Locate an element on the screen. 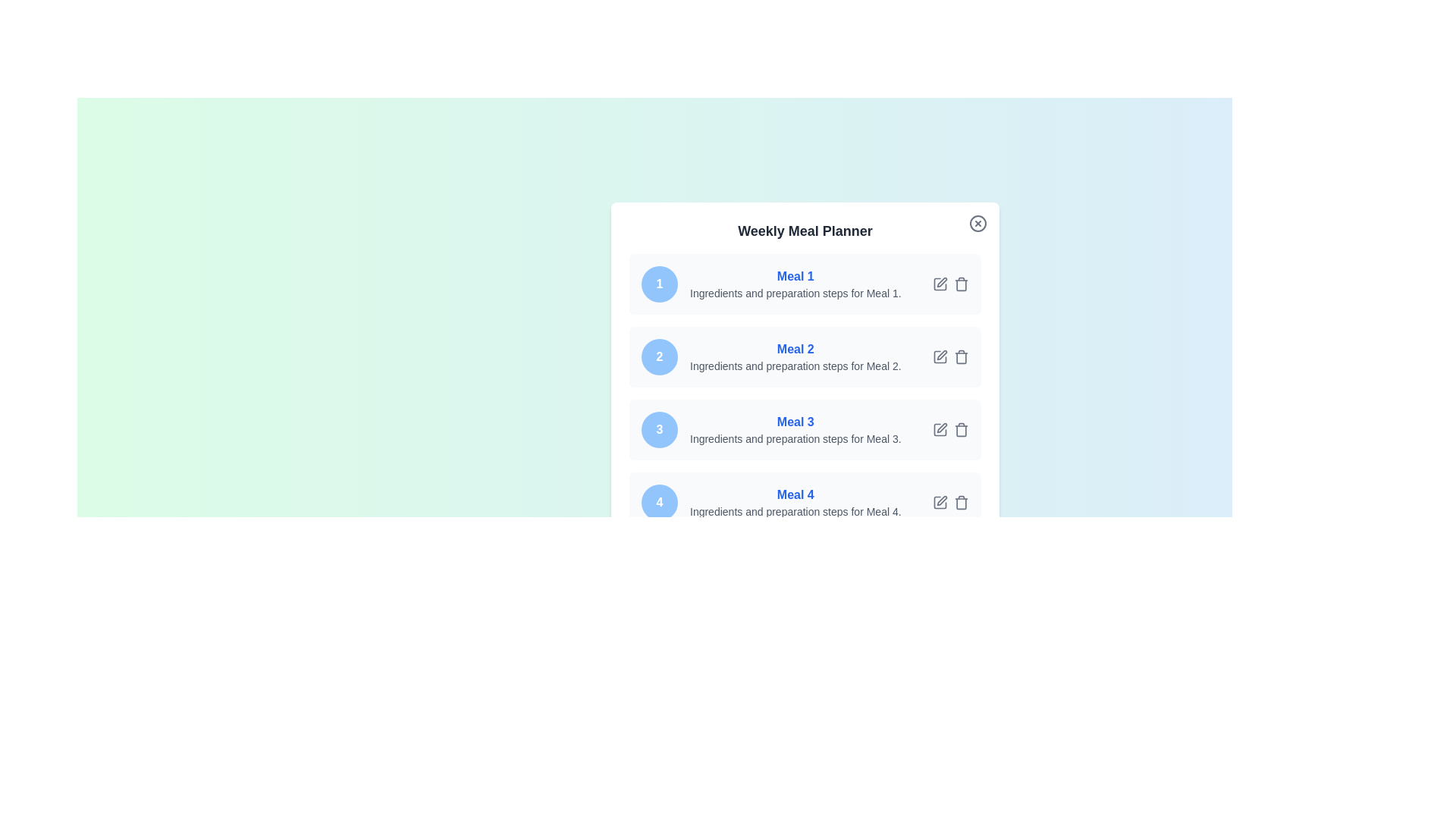  delete button for meal 4 is located at coordinates (960, 503).